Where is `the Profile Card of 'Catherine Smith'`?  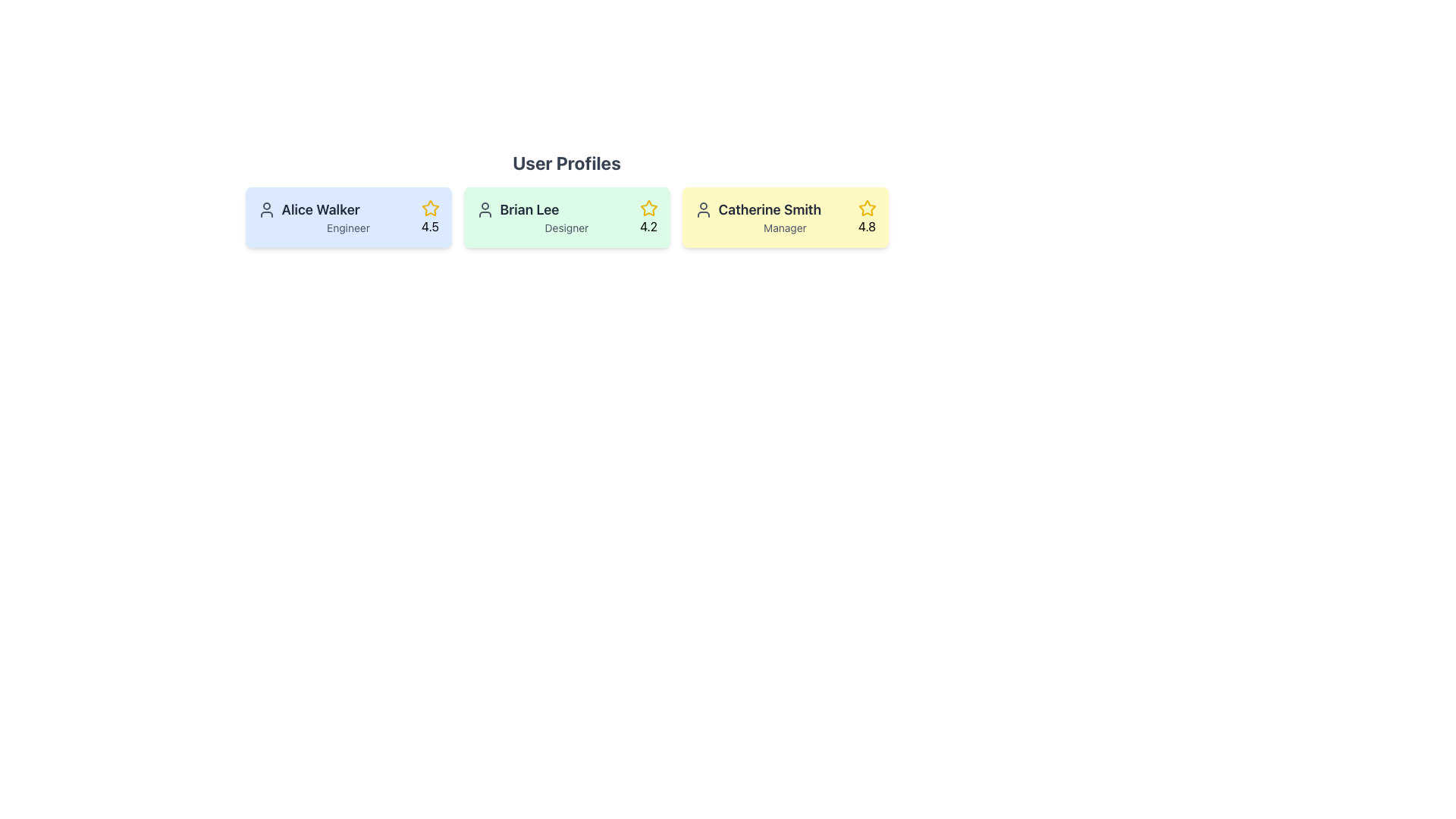 the Profile Card of 'Catherine Smith' is located at coordinates (785, 217).